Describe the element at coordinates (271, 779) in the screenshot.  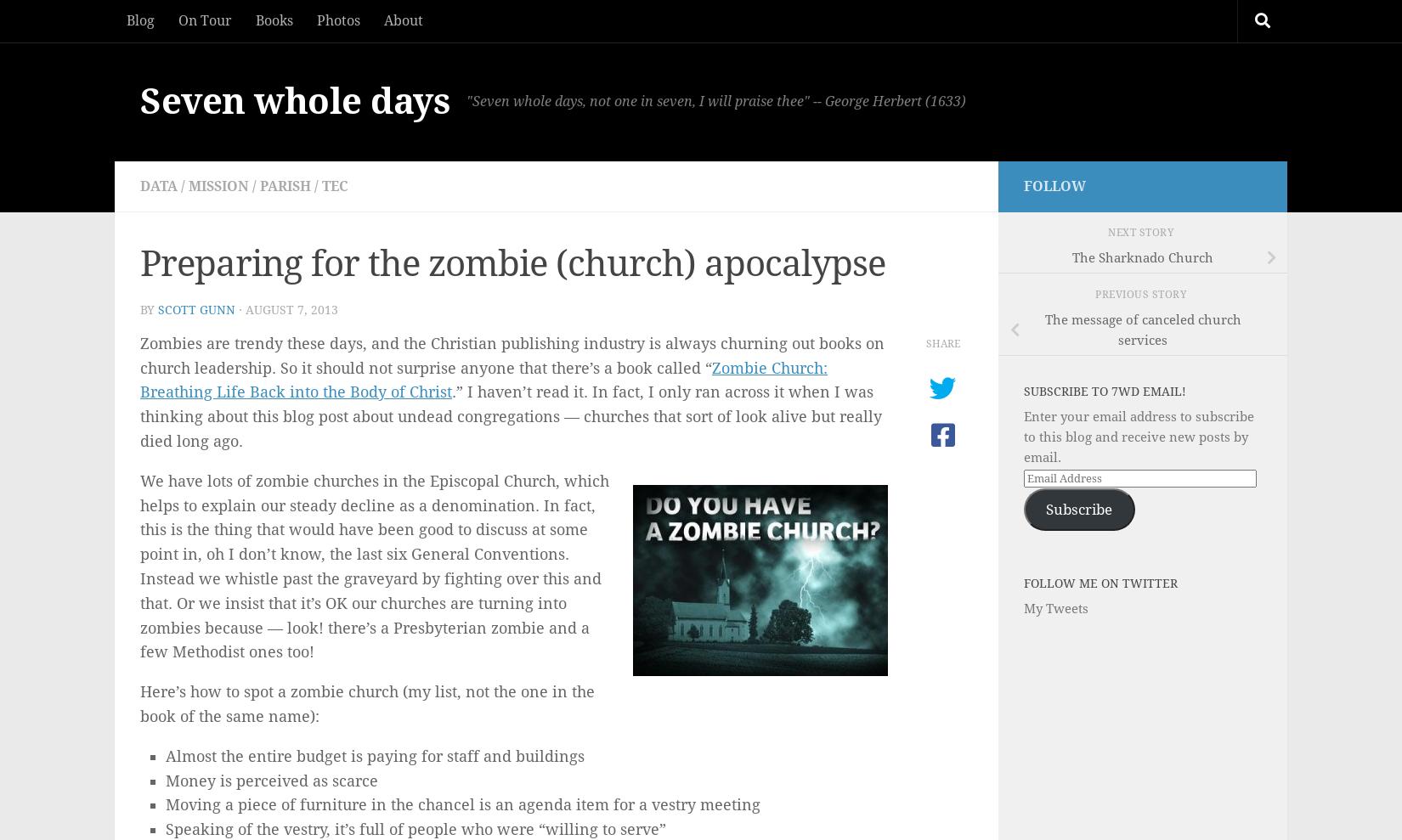
I see `'Money is perceived as scarce'` at that location.